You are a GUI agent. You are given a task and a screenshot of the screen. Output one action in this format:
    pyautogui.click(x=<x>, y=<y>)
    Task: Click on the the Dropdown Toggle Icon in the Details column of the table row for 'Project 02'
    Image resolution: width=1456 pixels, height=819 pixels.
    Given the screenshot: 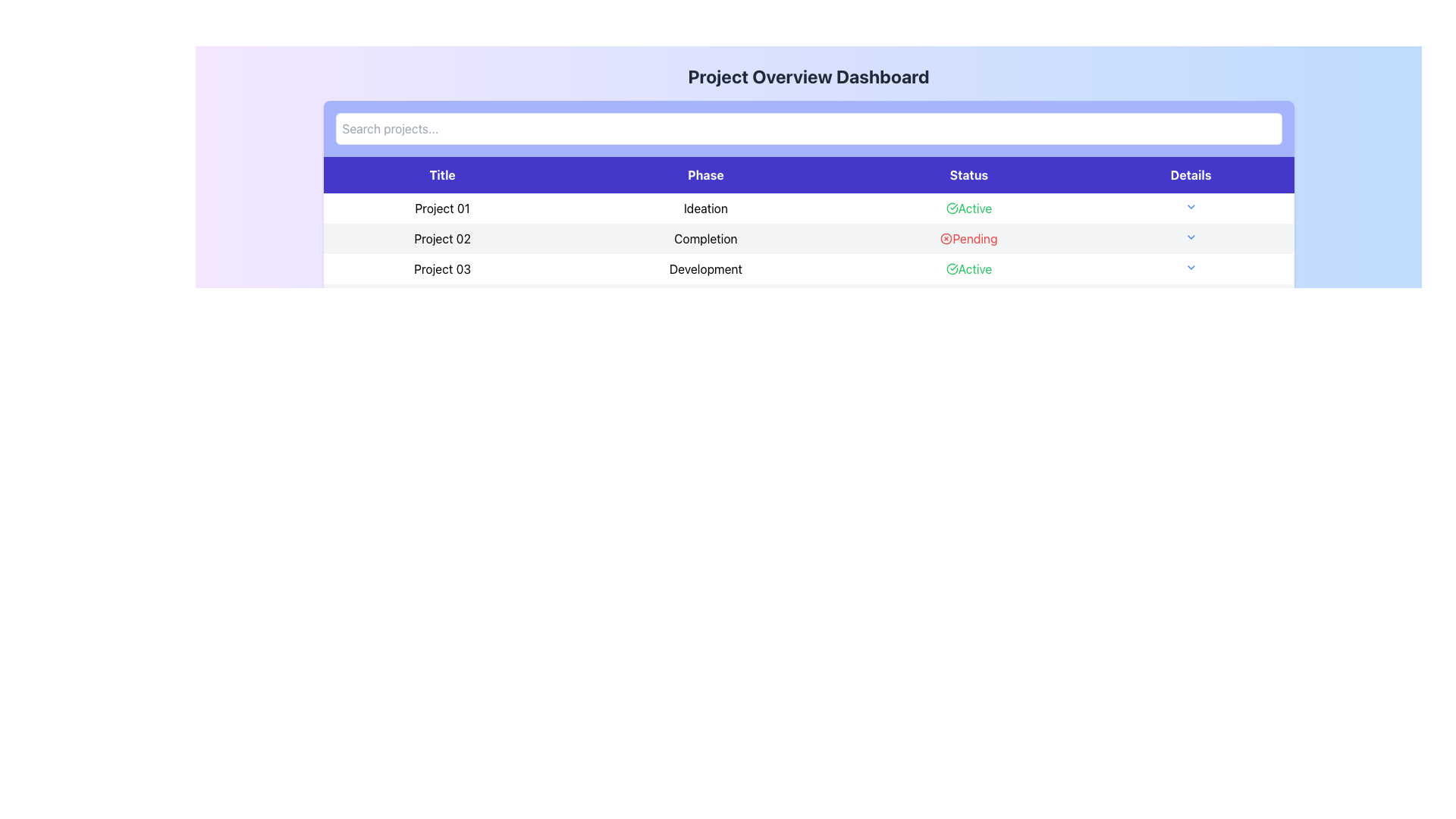 What is the action you would take?
    pyautogui.click(x=1190, y=239)
    